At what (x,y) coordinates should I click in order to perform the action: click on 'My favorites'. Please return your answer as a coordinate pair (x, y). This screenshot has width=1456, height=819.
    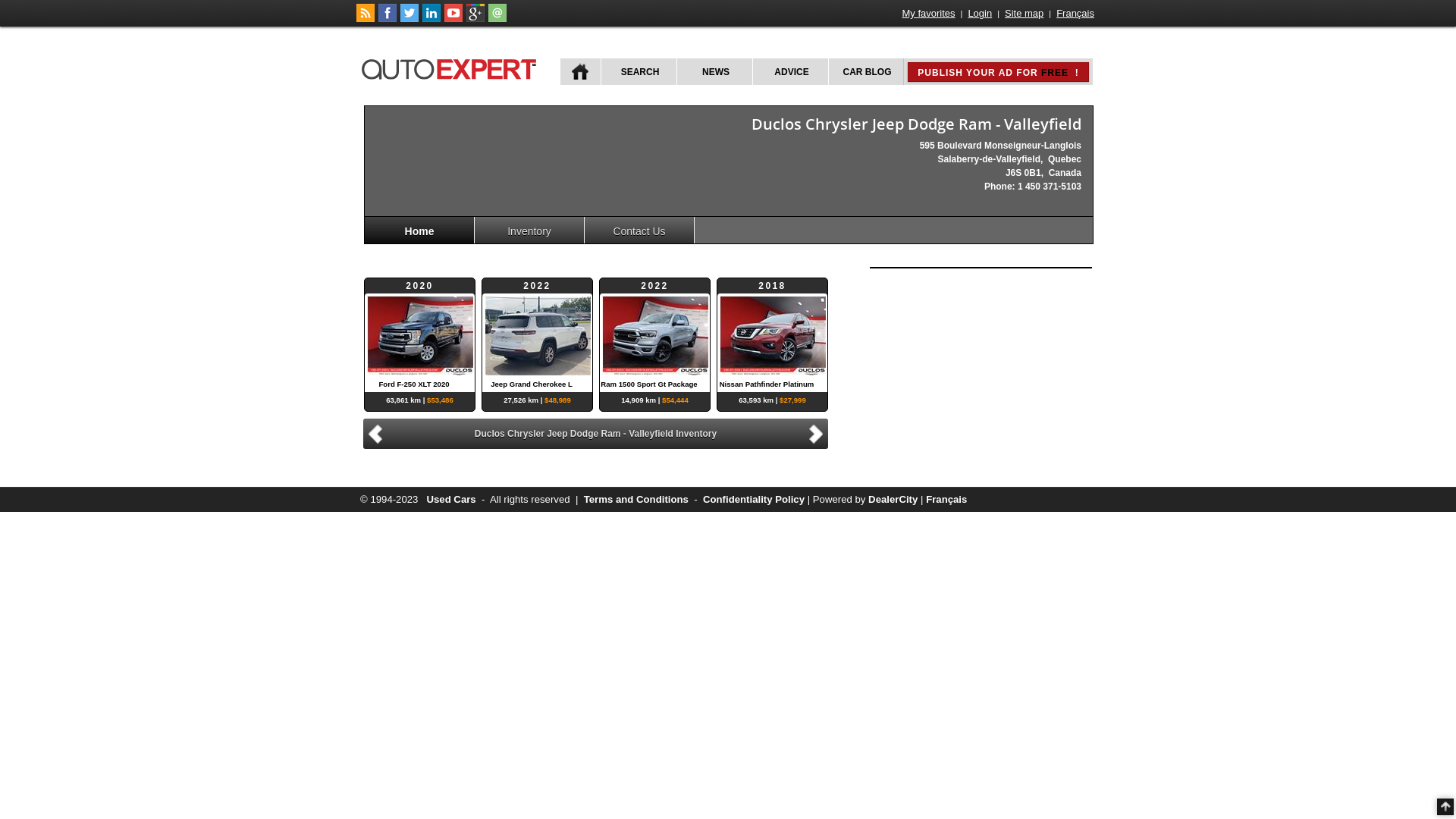
    Looking at the image, I should click on (927, 13).